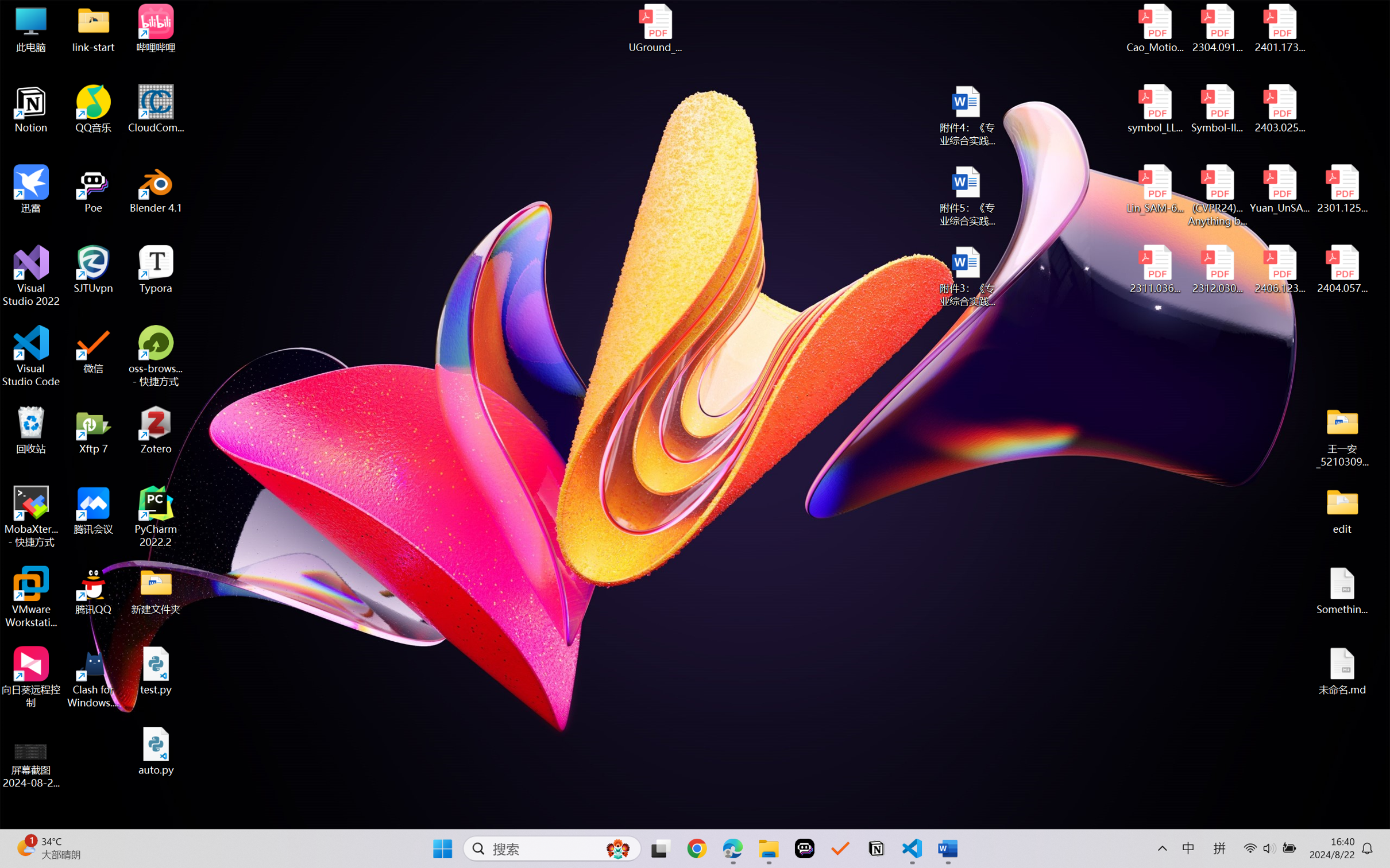  What do you see at coordinates (156, 269) in the screenshot?
I see `'Typora'` at bounding box center [156, 269].